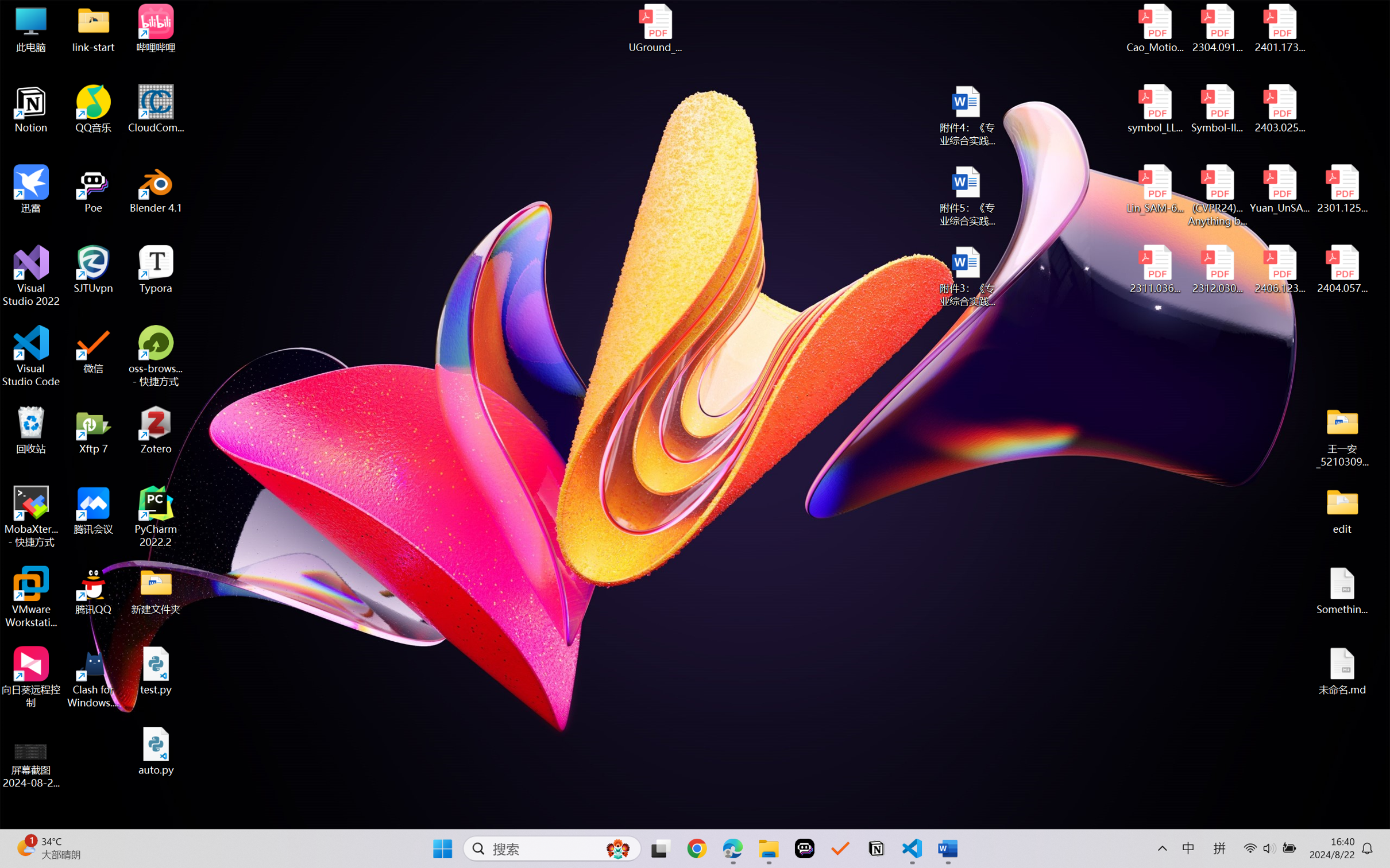  What do you see at coordinates (156, 269) in the screenshot?
I see `'Typora'` at bounding box center [156, 269].